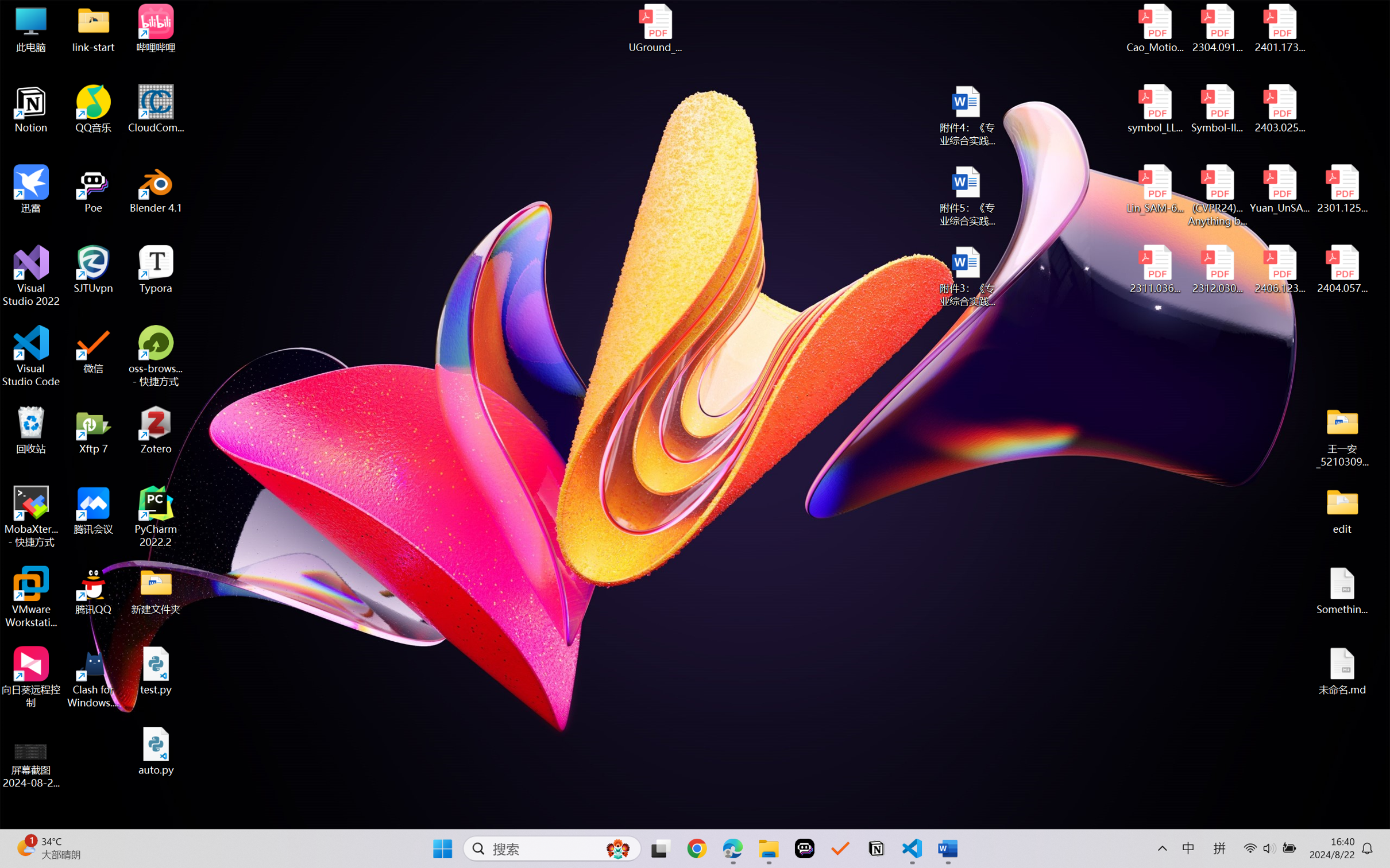  What do you see at coordinates (156, 269) in the screenshot?
I see `'Typora'` at bounding box center [156, 269].